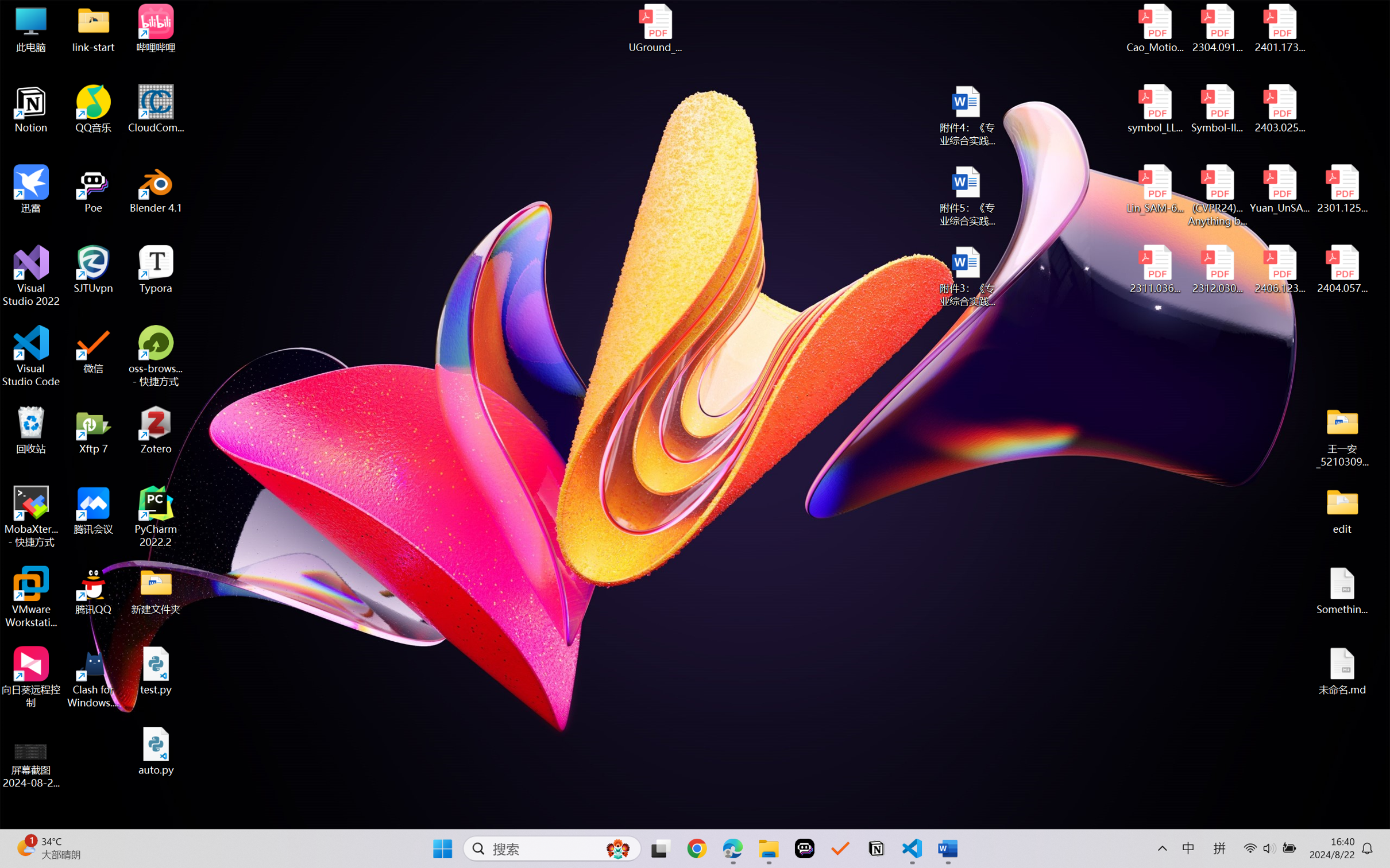  What do you see at coordinates (156, 269) in the screenshot?
I see `'Typora'` at bounding box center [156, 269].